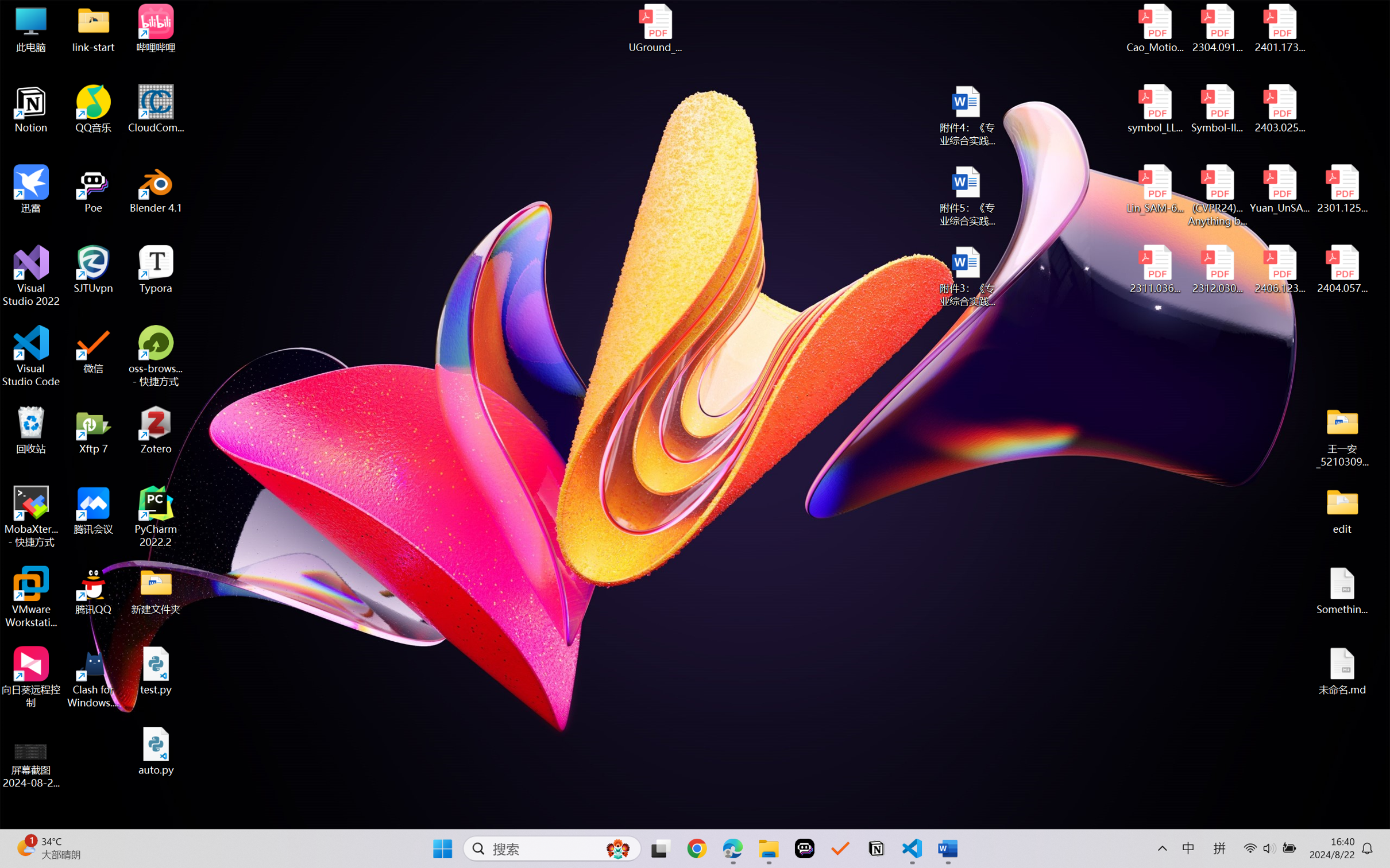  What do you see at coordinates (156, 269) in the screenshot?
I see `'Typora'` at bounding box center [156, 269].